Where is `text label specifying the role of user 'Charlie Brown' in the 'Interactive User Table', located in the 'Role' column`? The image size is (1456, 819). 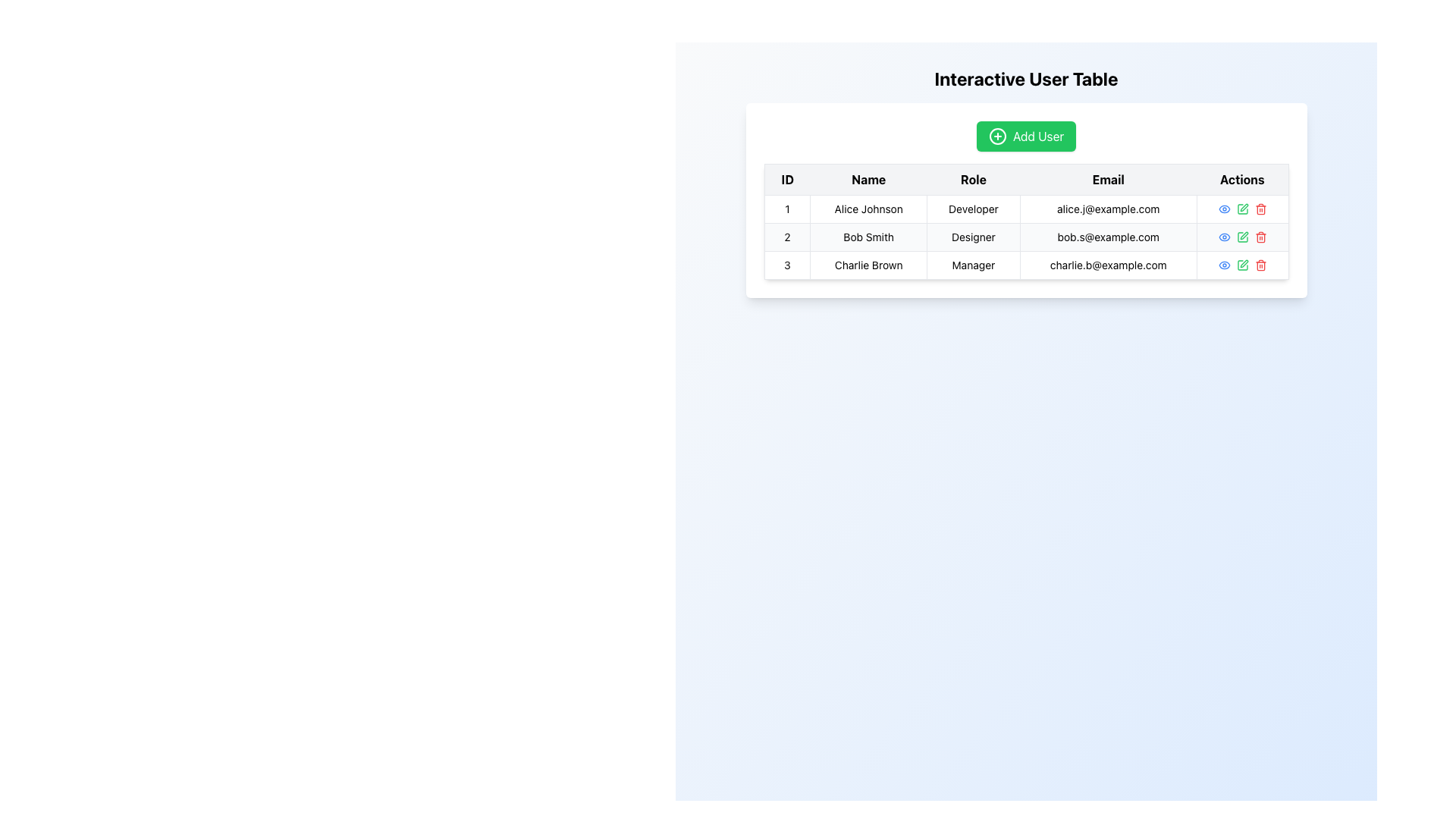
text label specifying the role of user 'Charlie Brown' in the 'Interactive User Table', located in the 'Role' column is located at coordinates (973, 265).